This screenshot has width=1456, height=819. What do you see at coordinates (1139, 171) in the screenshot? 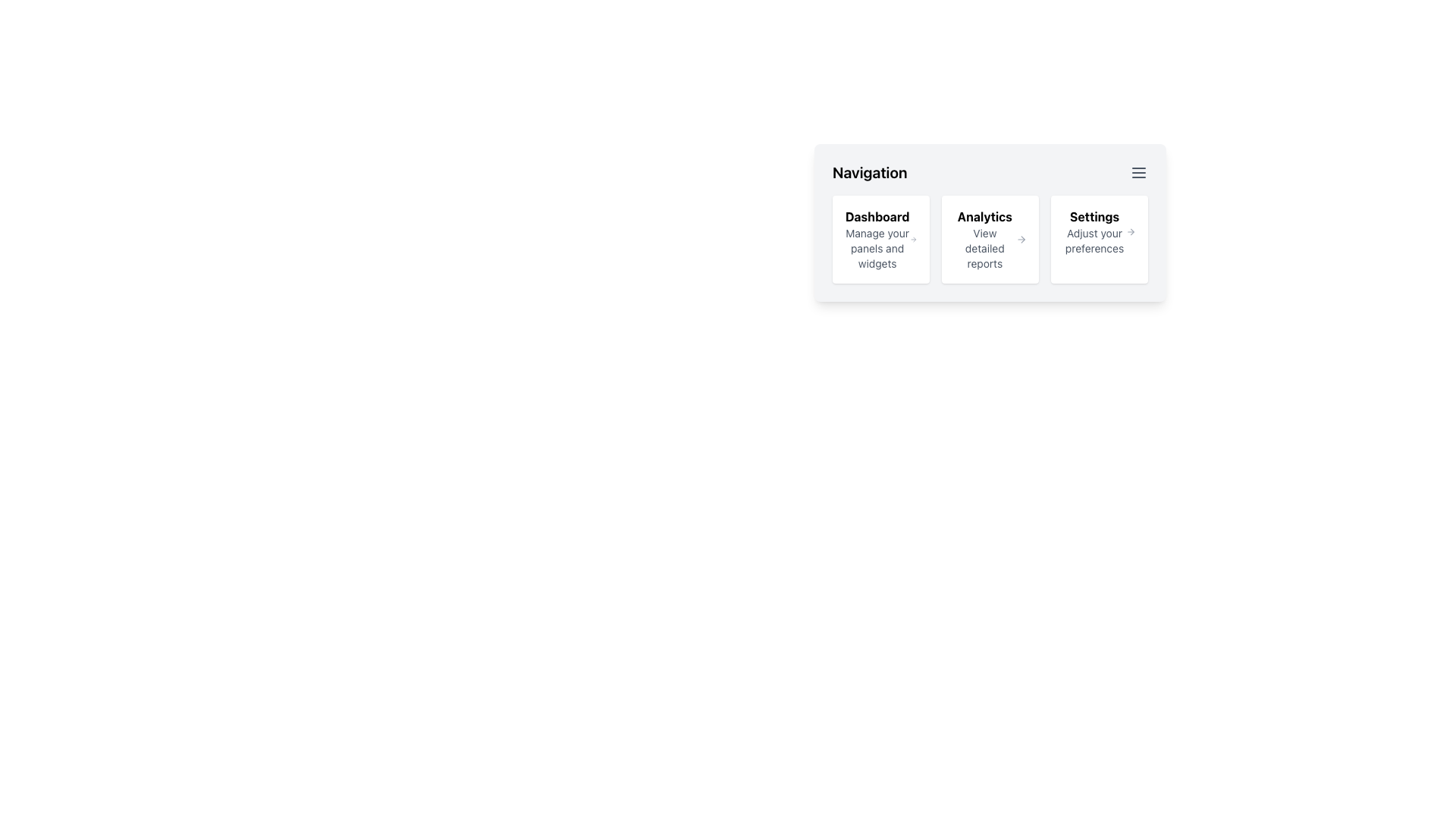
I see `the icon-based button represented by three horizontal lines in the top-right corner of the 'Navigation' box` at bounding box center [1139, 171].